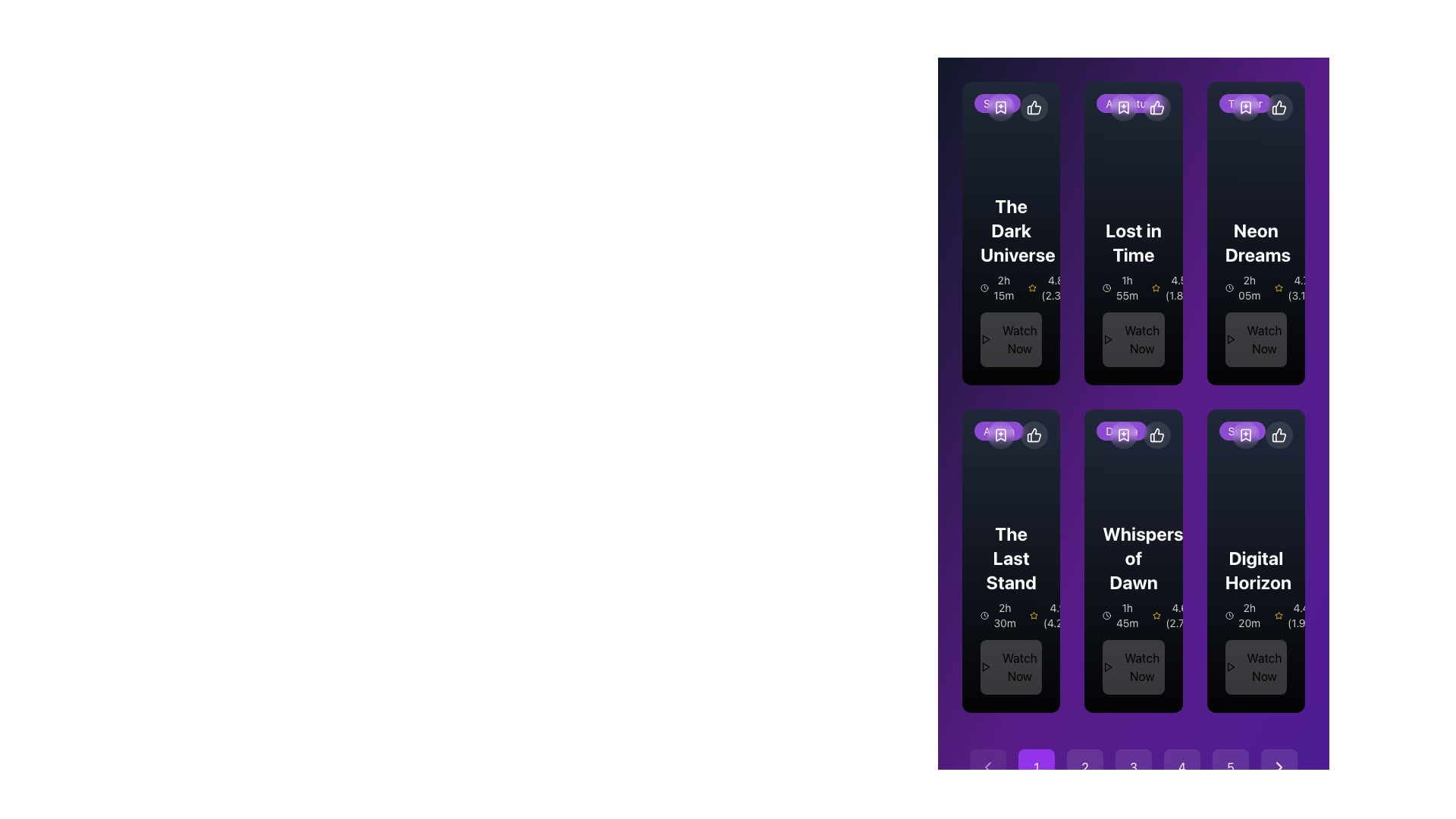  What do you see at coordinates (997, 102) in the screenshot?
I see `the pill-shaped badge with a purple background and white text that reads 'Sci-Fi', located at the top-left corner inside the card for the movie 'The Dark Universe'` at bounding box center [997, 102].